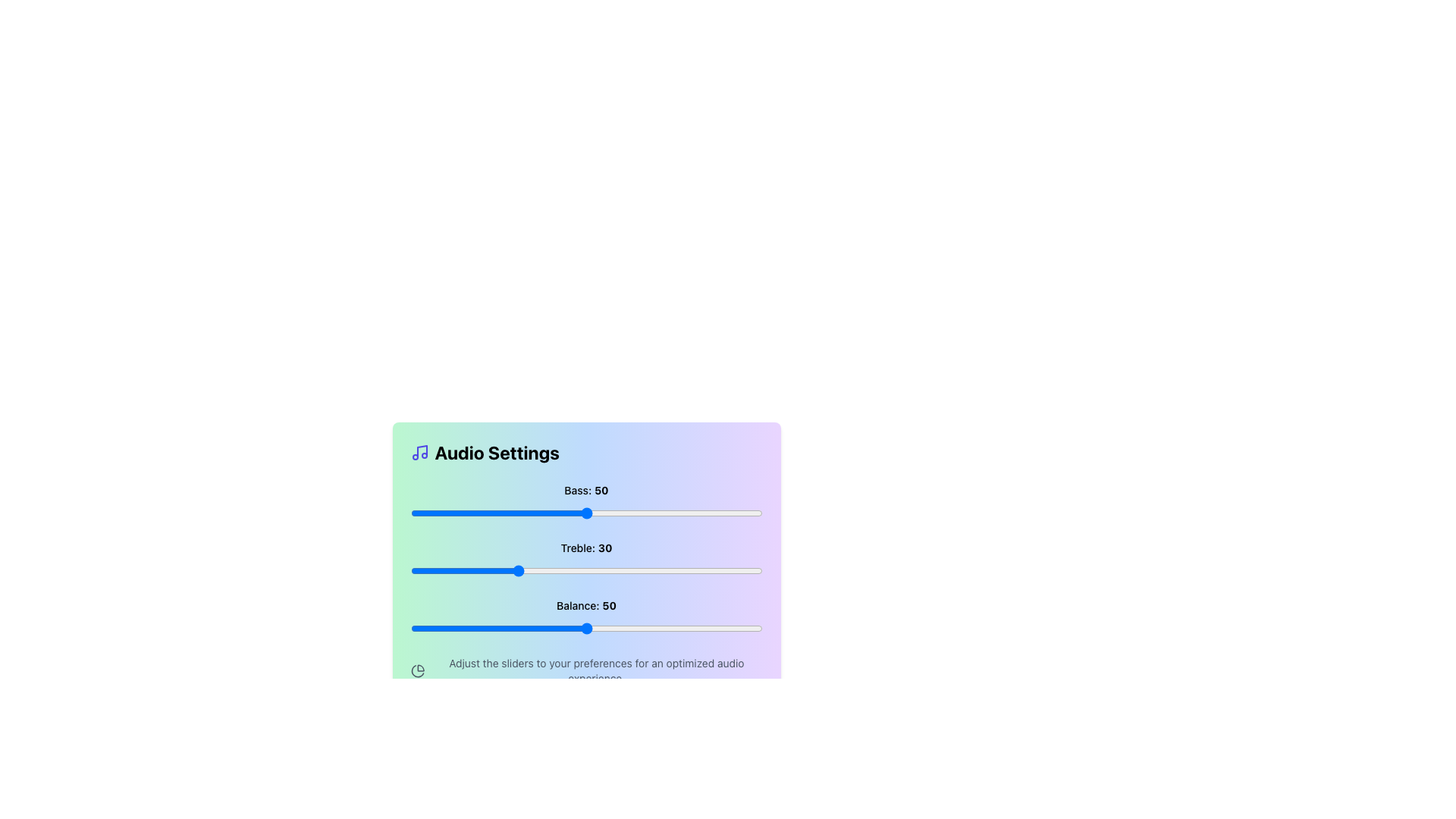 This screenshot has width=1456, height=819. I want to click on the Text Label (Heading) that indicates the audio settings section, located at the top-left corner of the settings card, next to a musical note icon, so click(497, 452).